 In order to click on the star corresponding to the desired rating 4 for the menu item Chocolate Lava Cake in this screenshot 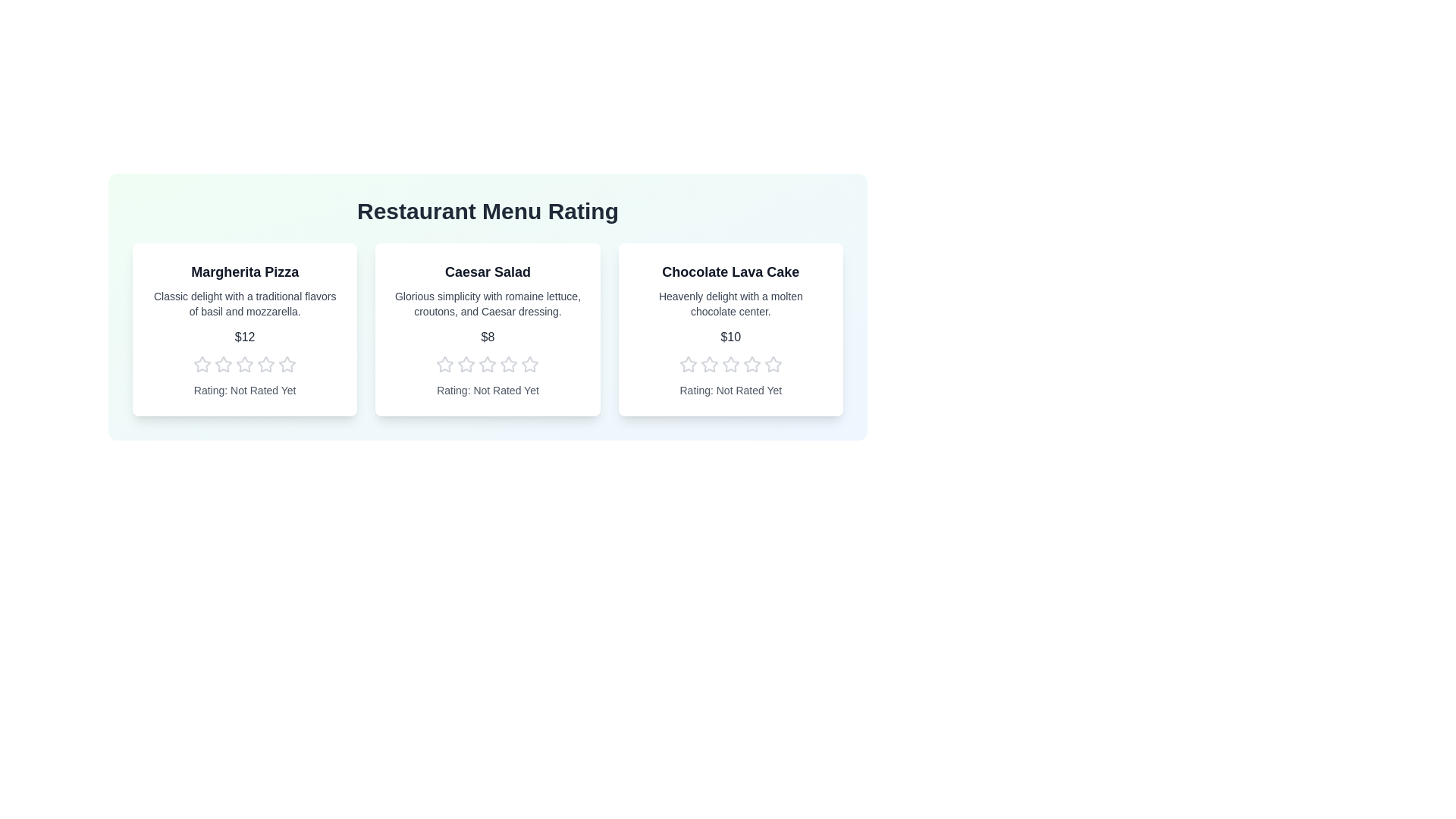, I will do `click(751, 365)`.